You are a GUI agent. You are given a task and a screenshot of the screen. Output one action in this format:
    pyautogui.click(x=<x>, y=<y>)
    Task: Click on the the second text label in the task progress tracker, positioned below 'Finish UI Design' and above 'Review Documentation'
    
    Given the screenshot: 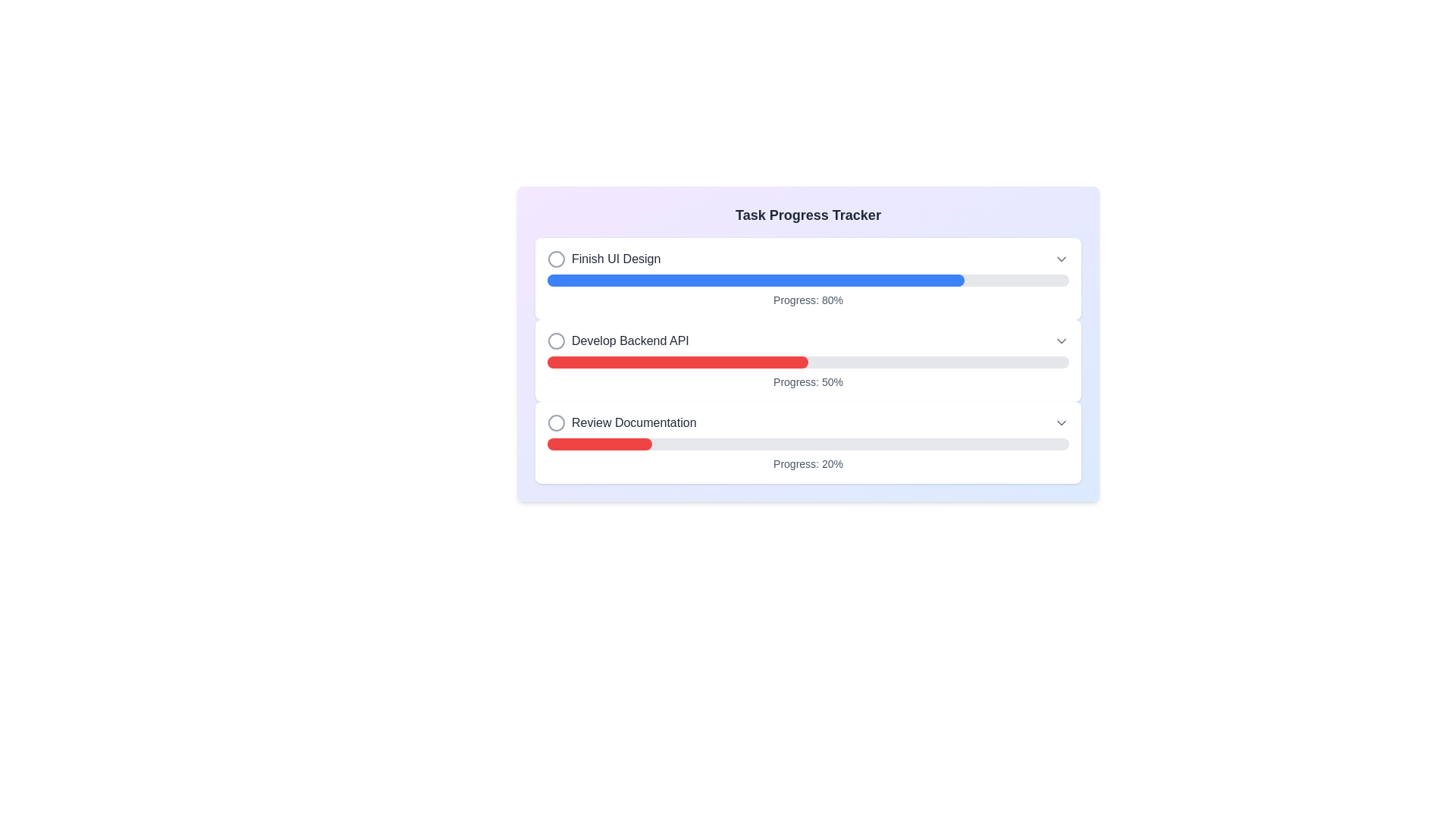 What is the action you would take?
    pyautogui.click(x=630, y=341)
    